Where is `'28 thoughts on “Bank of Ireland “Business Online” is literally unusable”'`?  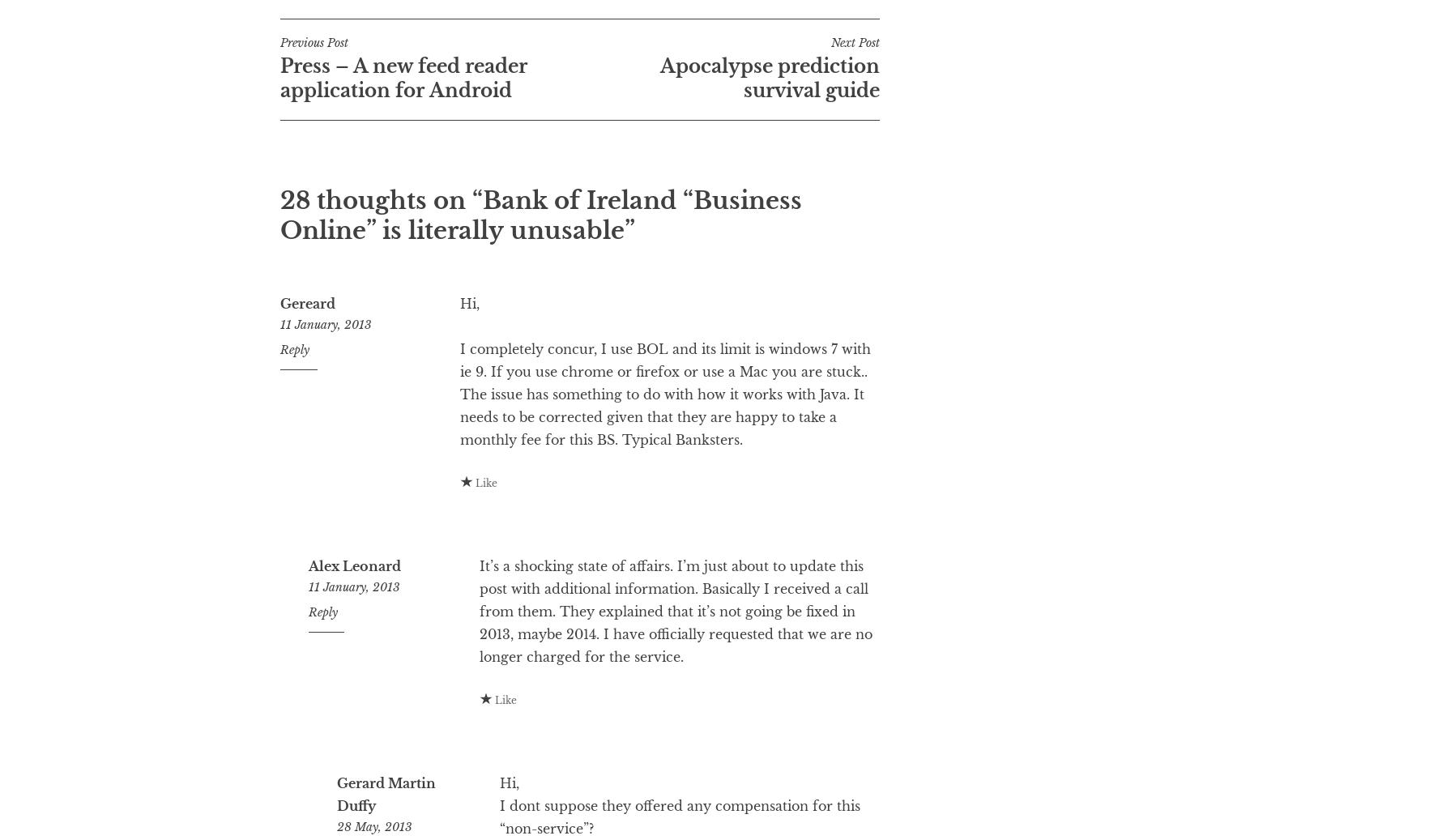
'28 thoughts on “Bank of Ireland “Business Online” is literally unusable”' is located at coordinates (541, 279).